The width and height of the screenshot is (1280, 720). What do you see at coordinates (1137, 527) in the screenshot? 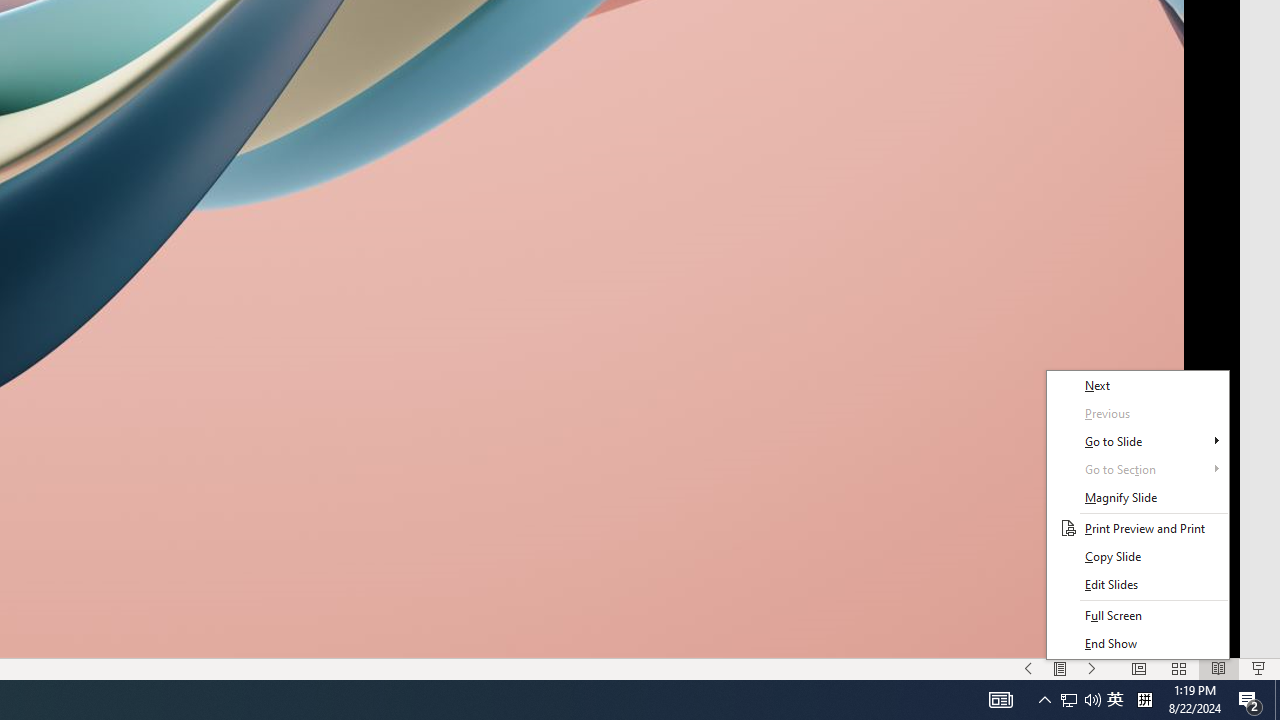
I see `'Print Preview and Print'` at bounding box center [1137, 527].